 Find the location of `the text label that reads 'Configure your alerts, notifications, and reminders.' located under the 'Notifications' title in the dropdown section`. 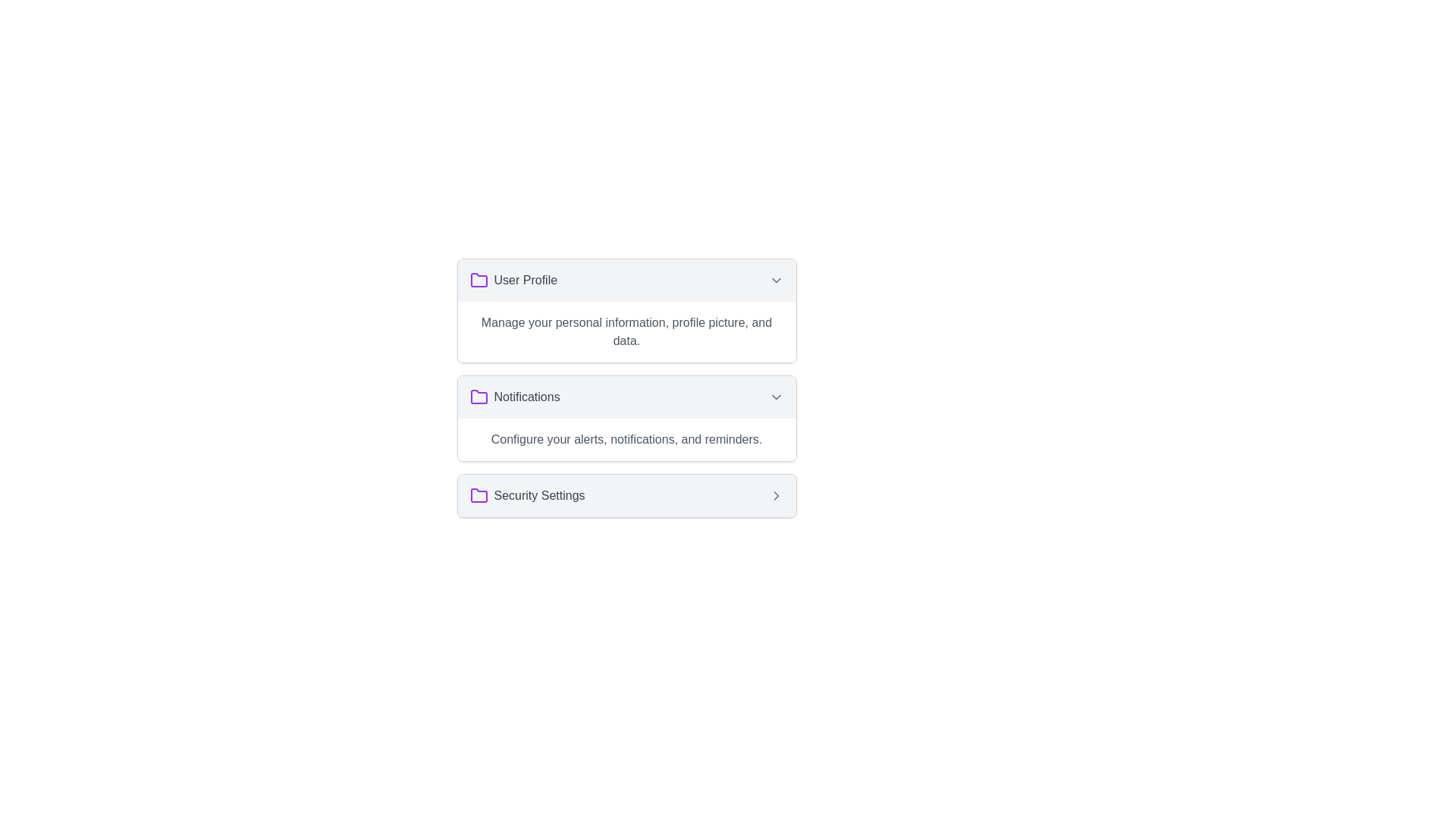

the text label that reads 'Configure your alerts, notifications, and reminders.' located under the 'Notifications' title in the dropdown section is located at coordinates (626, 439).